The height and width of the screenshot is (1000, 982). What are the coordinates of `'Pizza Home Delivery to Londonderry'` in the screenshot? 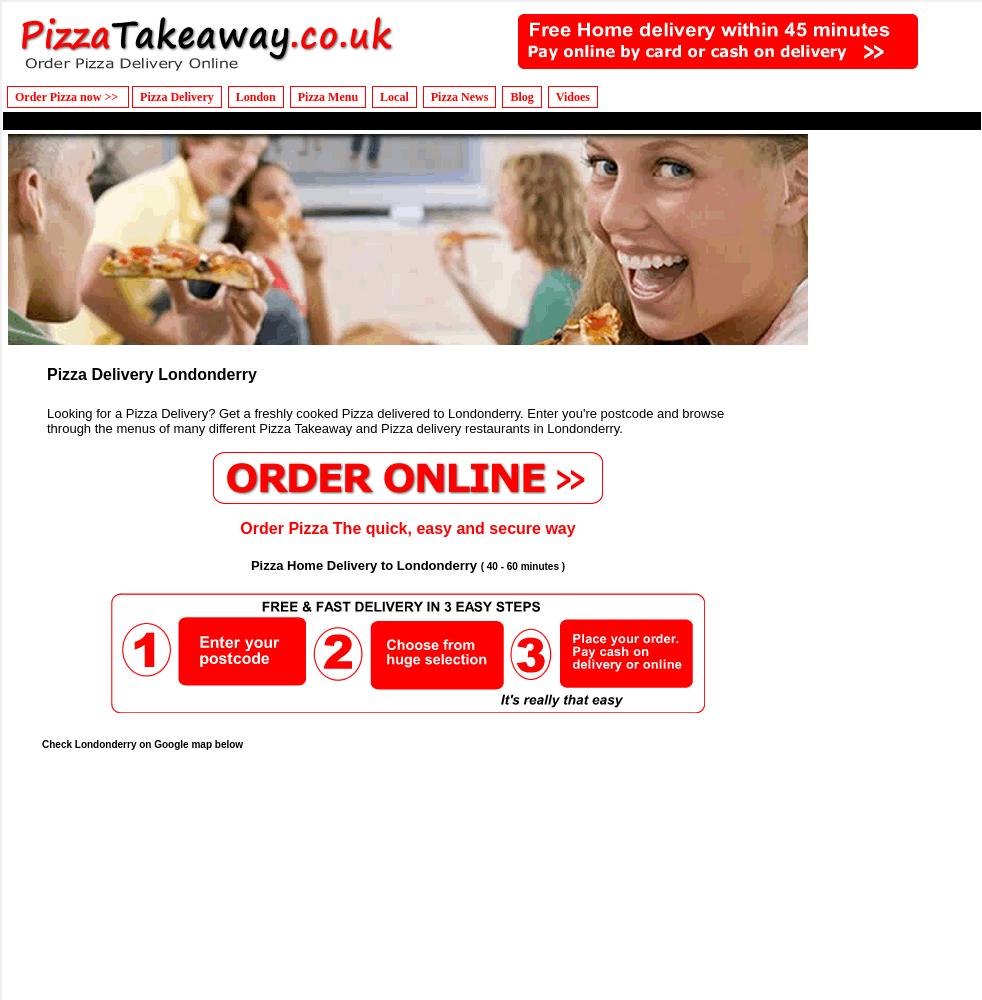 It's located at (365, 563).